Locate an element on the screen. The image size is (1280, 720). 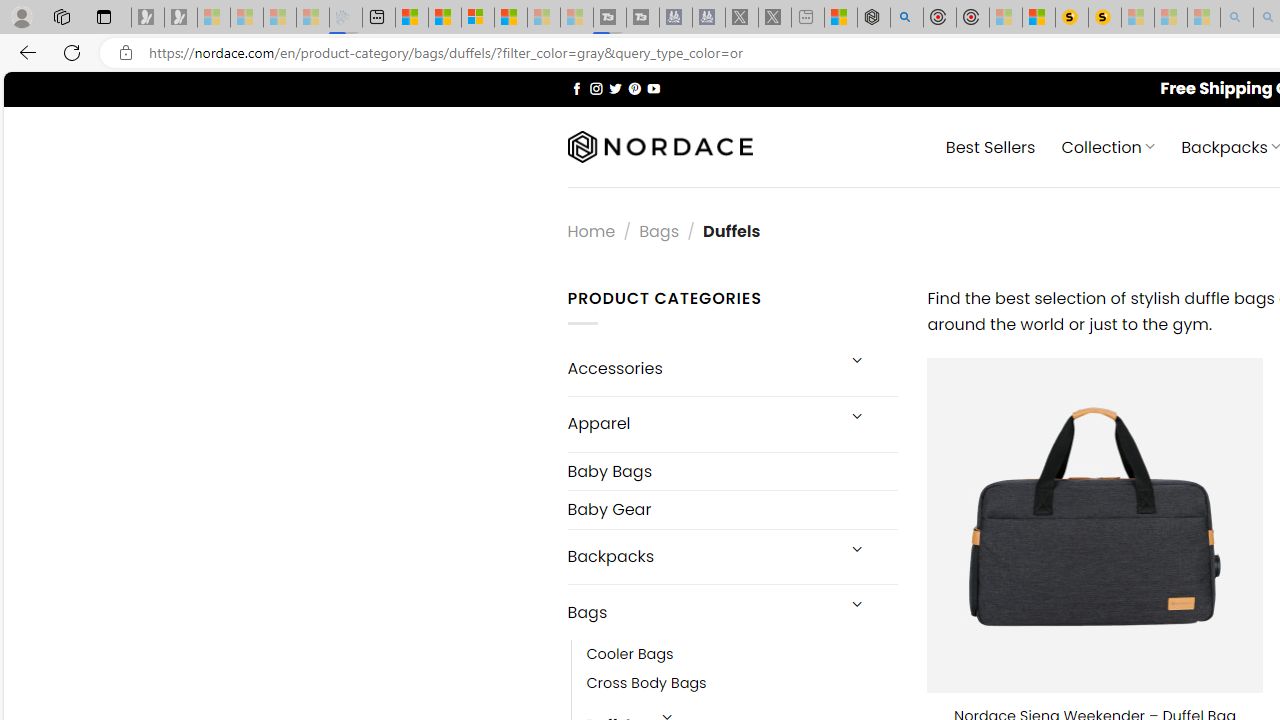
'Follow on Twitter' is located at coordinates (614, 87).